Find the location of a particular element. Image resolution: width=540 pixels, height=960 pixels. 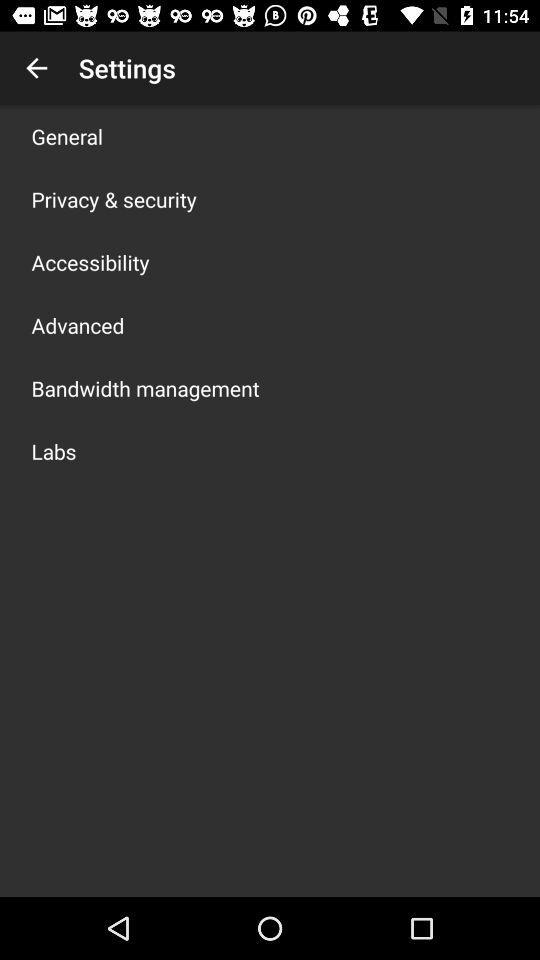

the general is located at coordinates (67, 135).